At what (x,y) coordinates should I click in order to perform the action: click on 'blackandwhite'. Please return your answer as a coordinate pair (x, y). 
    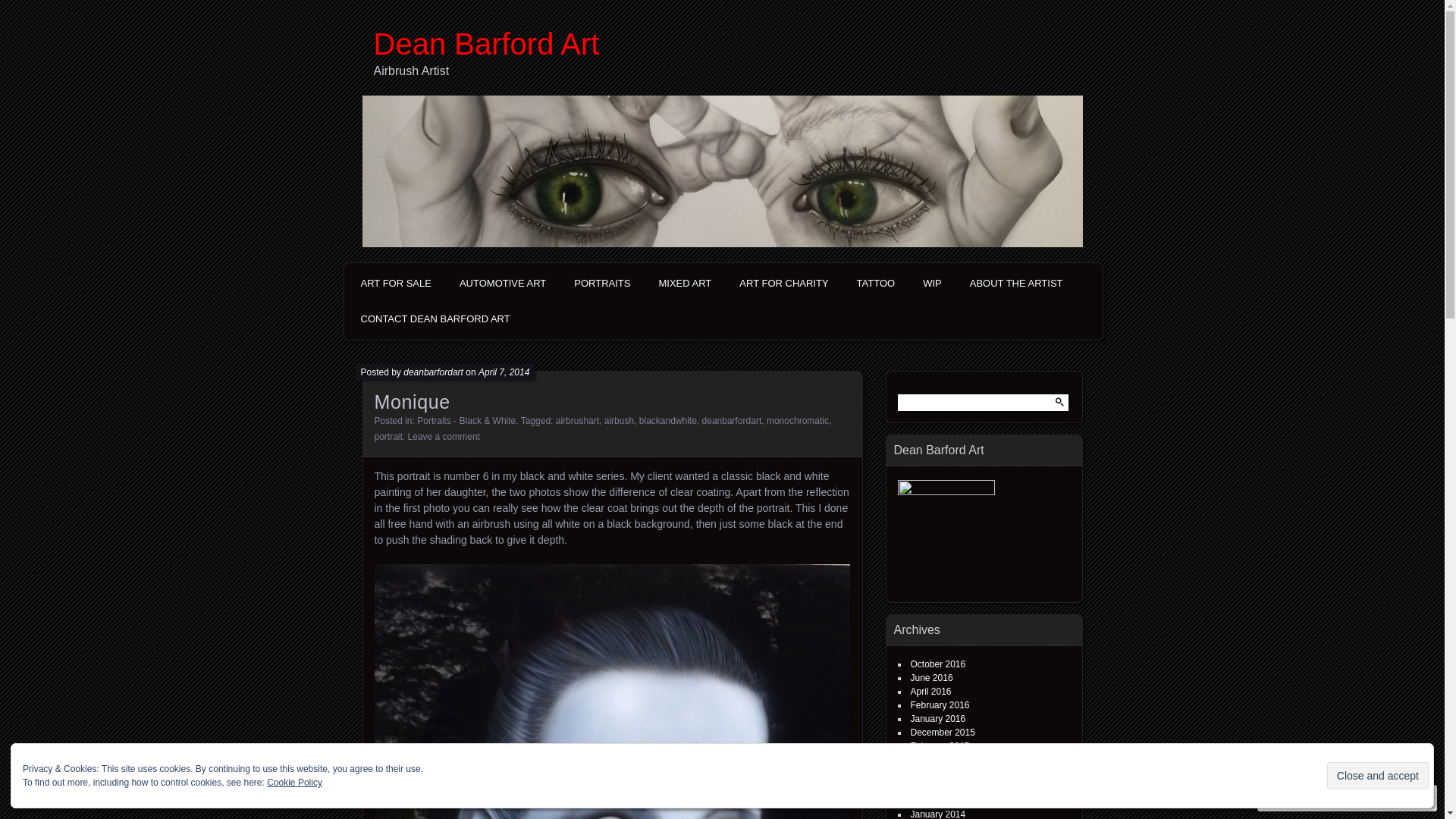
    Looking at the image, I should click on (667, 421).